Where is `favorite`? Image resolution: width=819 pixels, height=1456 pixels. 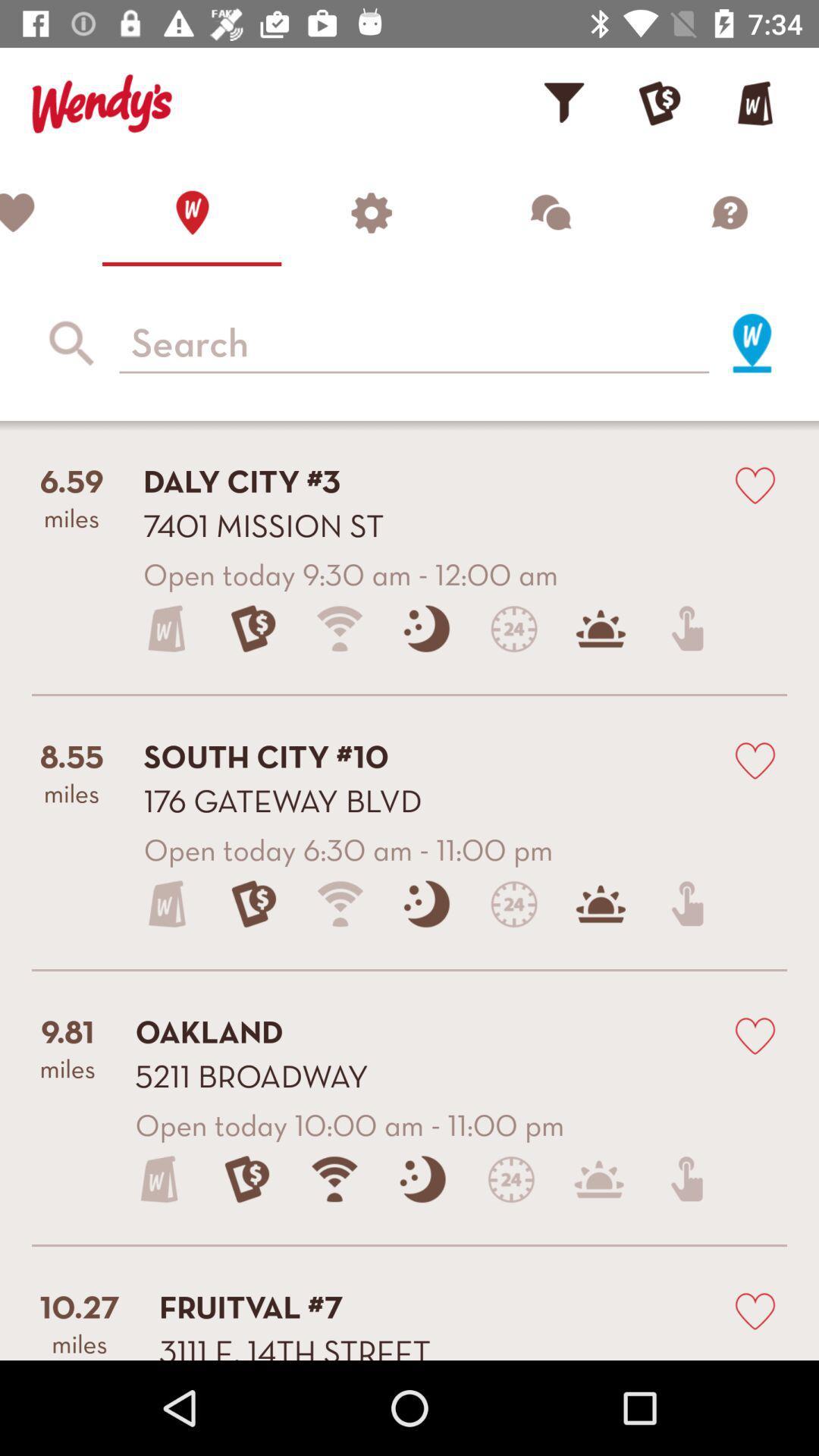 favorite is located at coordinates (755, 483).